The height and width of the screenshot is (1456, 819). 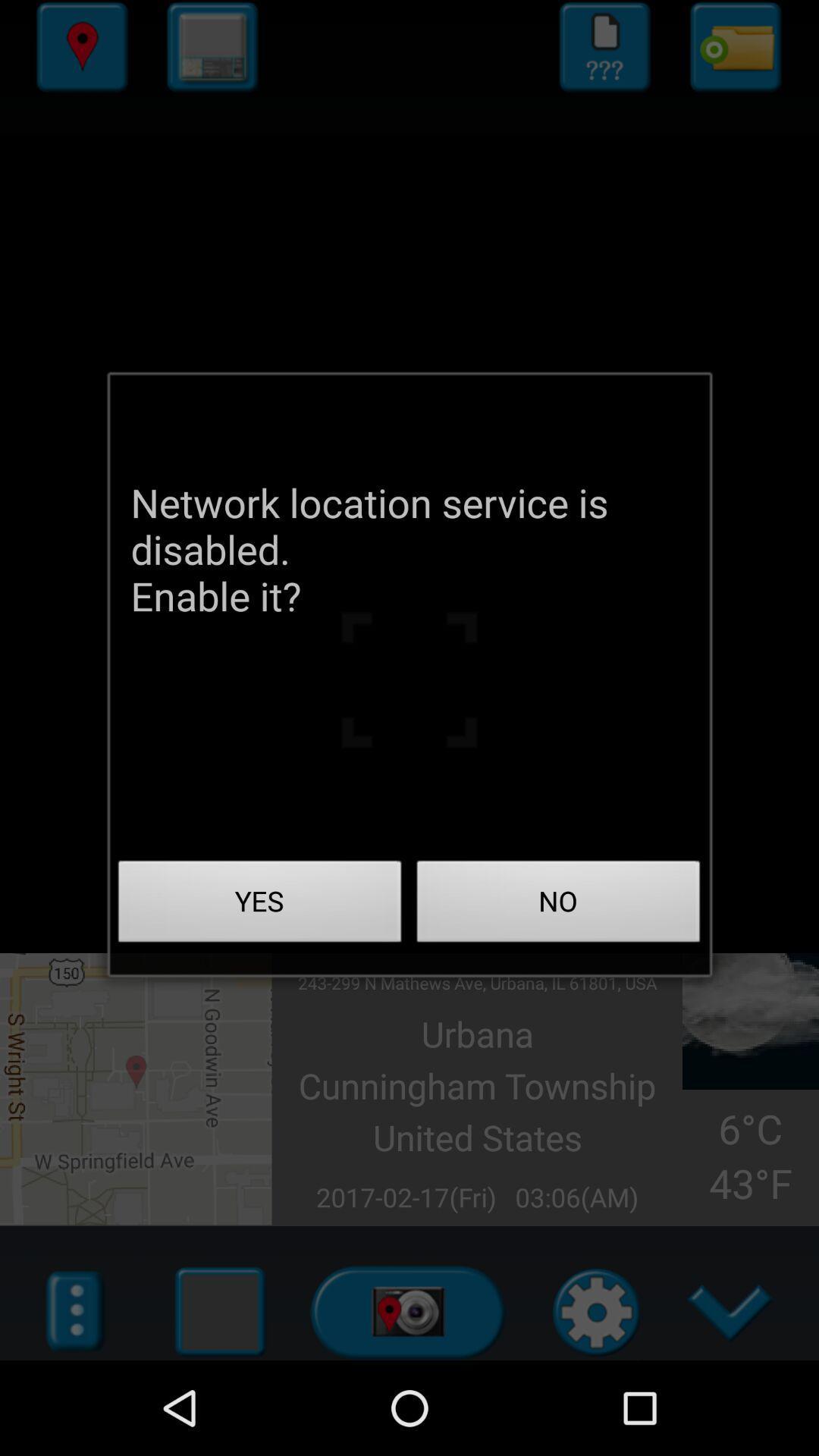 What do you see at coordinates (558, 905) in the screenshot?
I see `icon to the right of the yes icon` at bounding box center [558, 905].